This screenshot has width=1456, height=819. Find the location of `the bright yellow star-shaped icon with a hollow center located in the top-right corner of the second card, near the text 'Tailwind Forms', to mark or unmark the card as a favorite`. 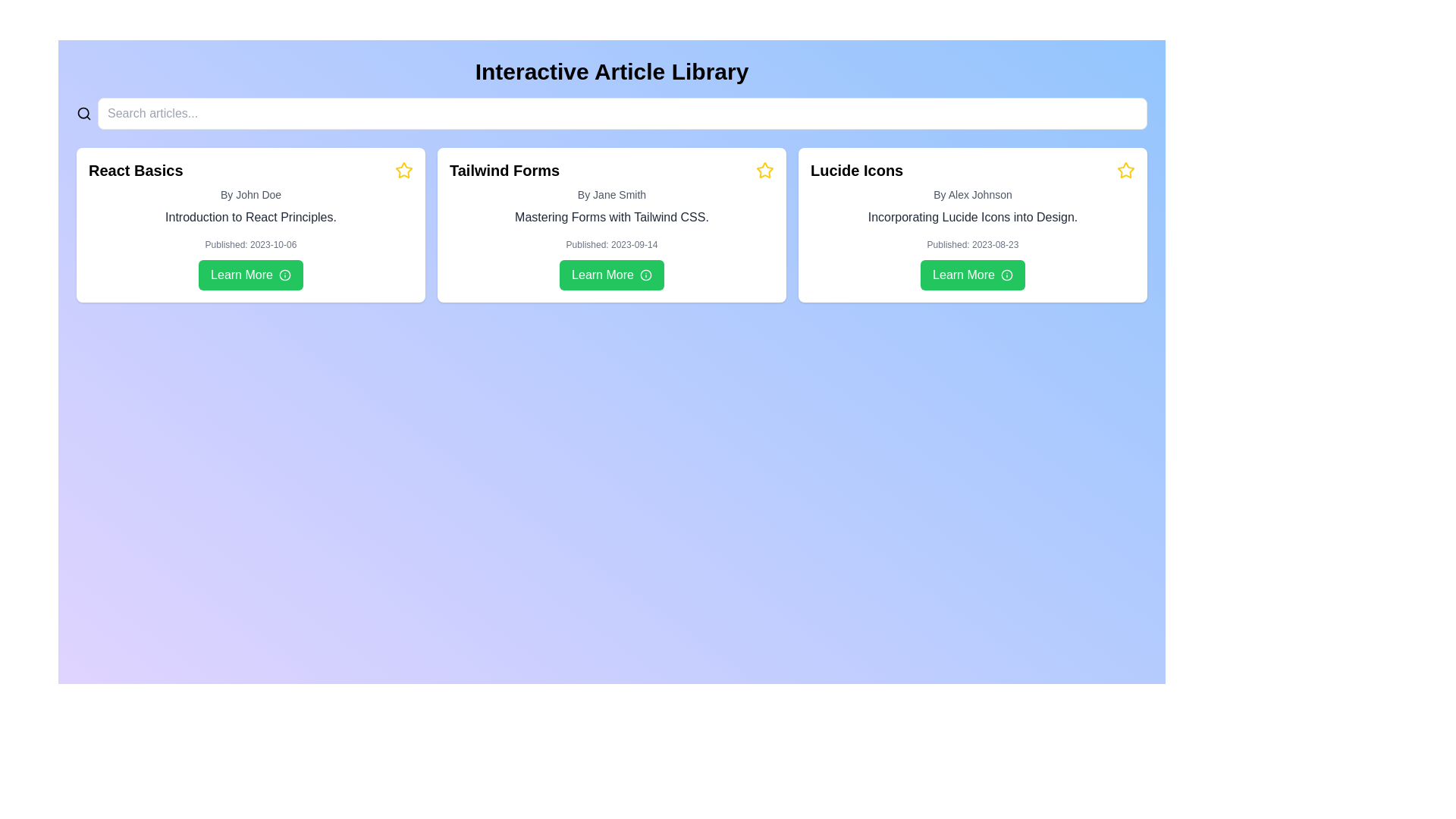

the bright yellow star-shaped icon with a hollow center located in the top-right corner of the second card, near the text 'Tailwind Forms', to mark or unmark the card as a favorite is located at coordinates (764, 169).